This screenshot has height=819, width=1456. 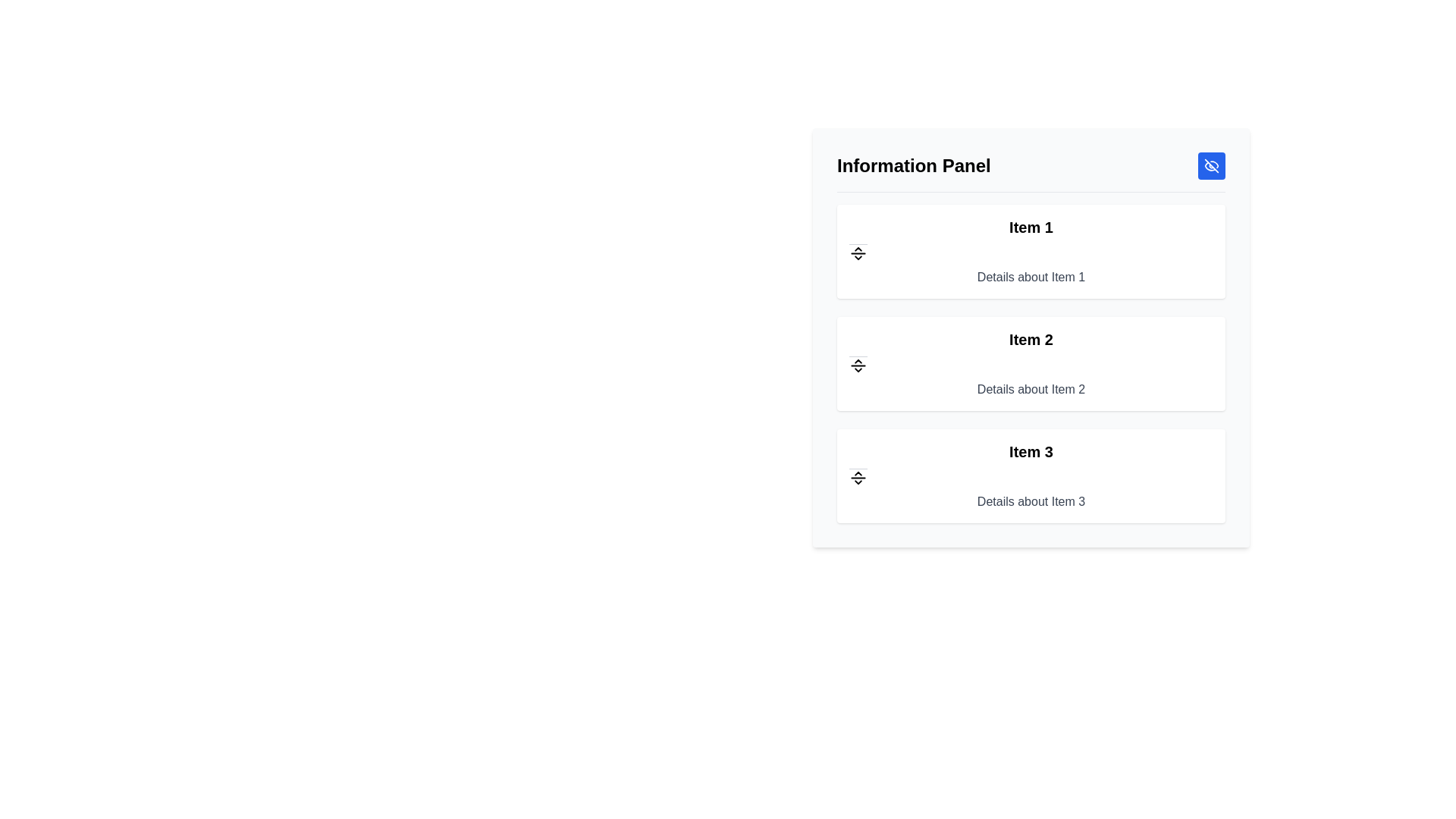 I want to click on the Text Label displaying 'Item 3' in a bold, large font within the third card section, so click(x=1031, y=451).